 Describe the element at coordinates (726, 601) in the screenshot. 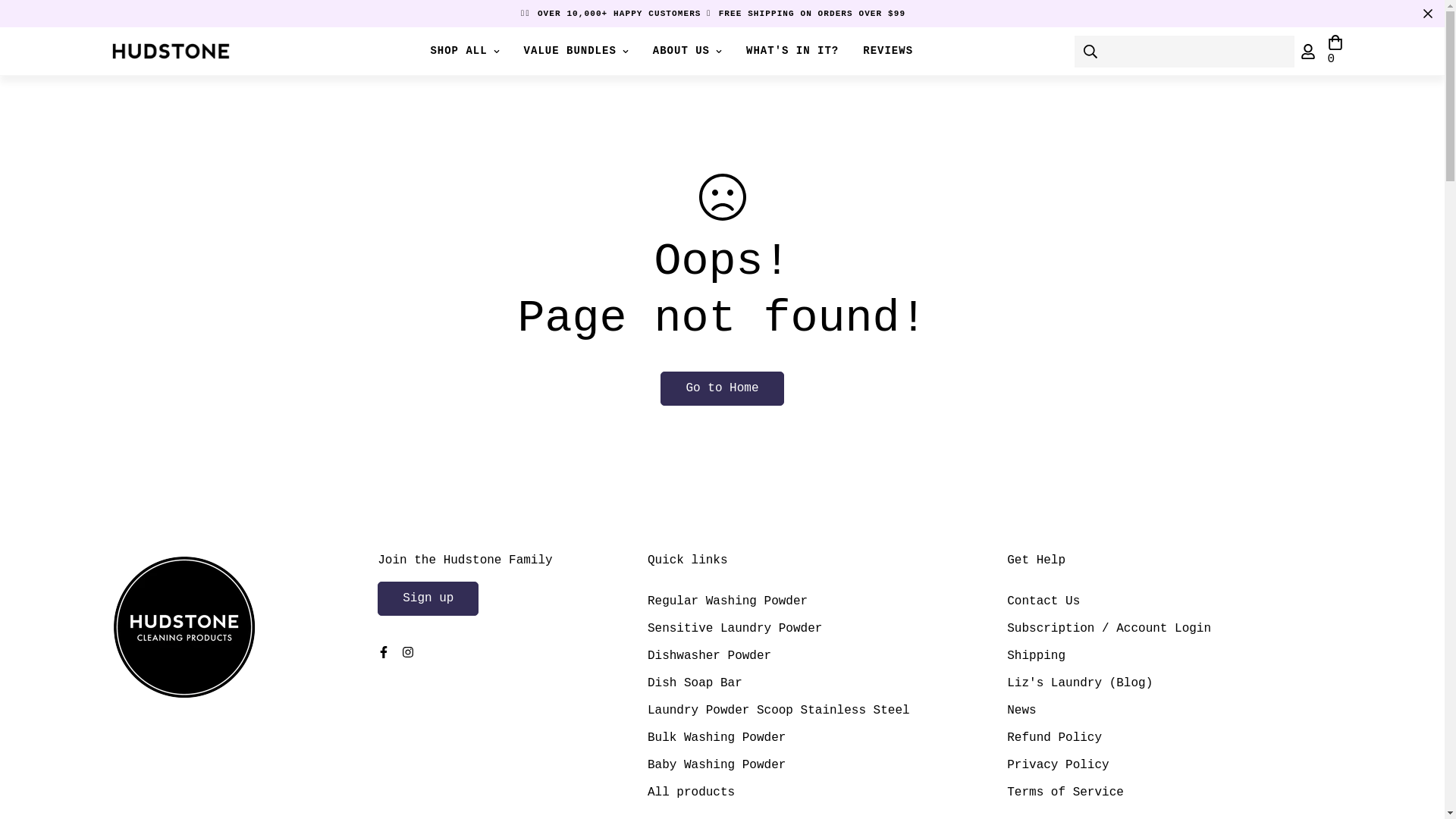

I see `'Regular Washing Powder'` at that location.